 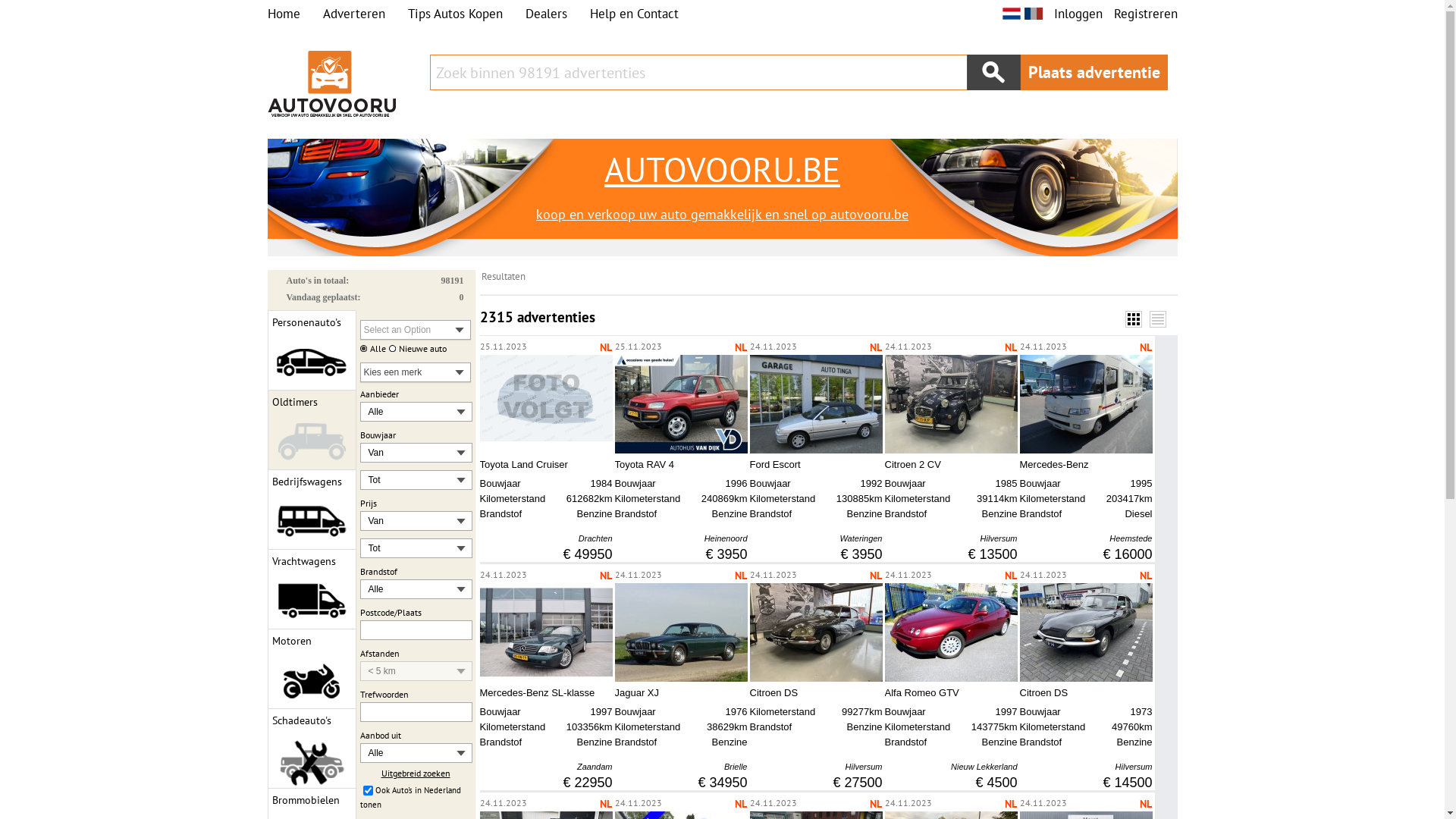 What do you see at coordinates (1077, 14) in the screenshot?
I see `'Inloggen'` at bounding box center [1077, 14].